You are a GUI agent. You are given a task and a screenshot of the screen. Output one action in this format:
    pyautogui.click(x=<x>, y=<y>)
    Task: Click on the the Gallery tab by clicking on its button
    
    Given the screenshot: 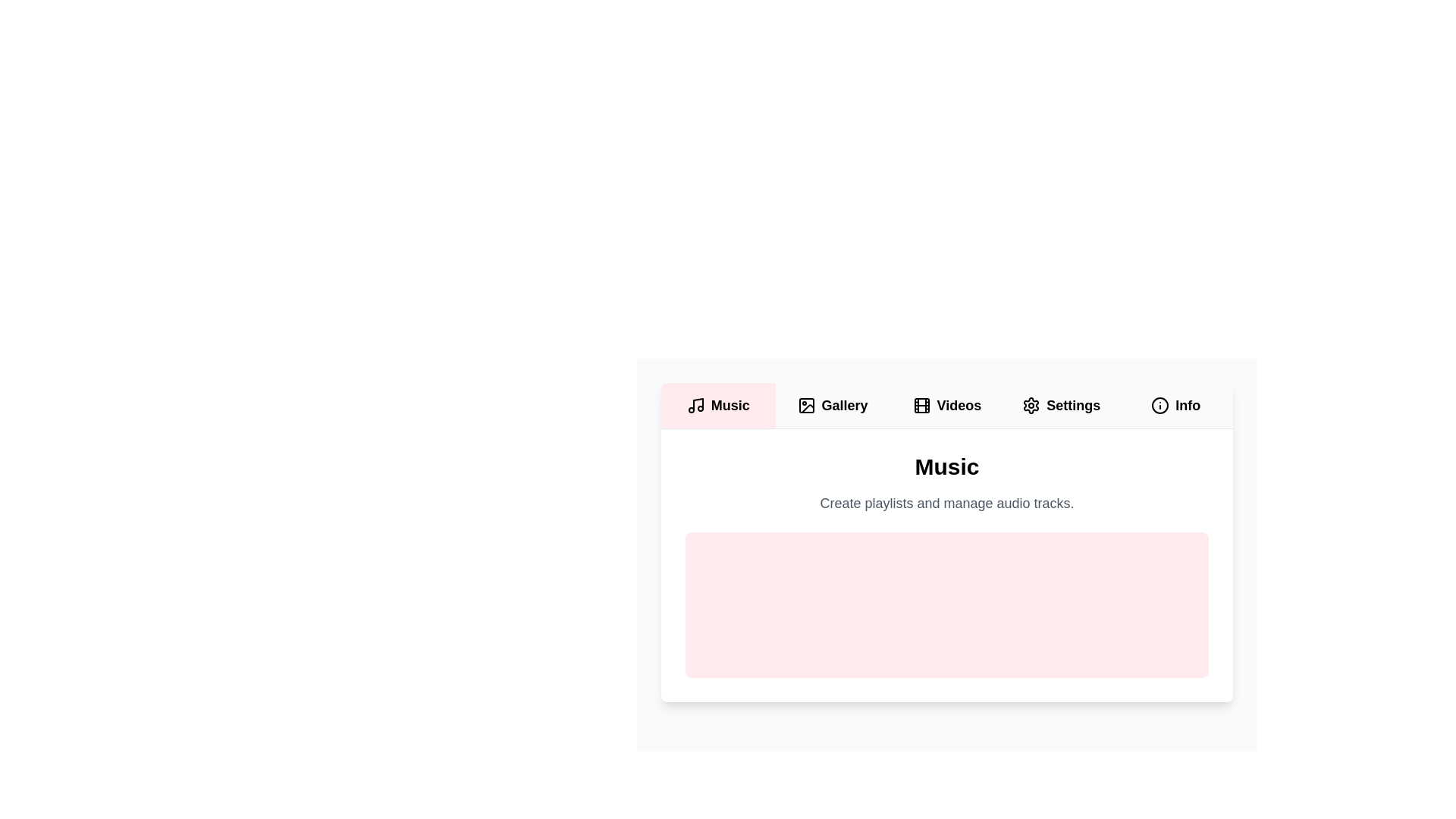 What is the action you would take?
    pyautogui.click(x=832, y=405)
    